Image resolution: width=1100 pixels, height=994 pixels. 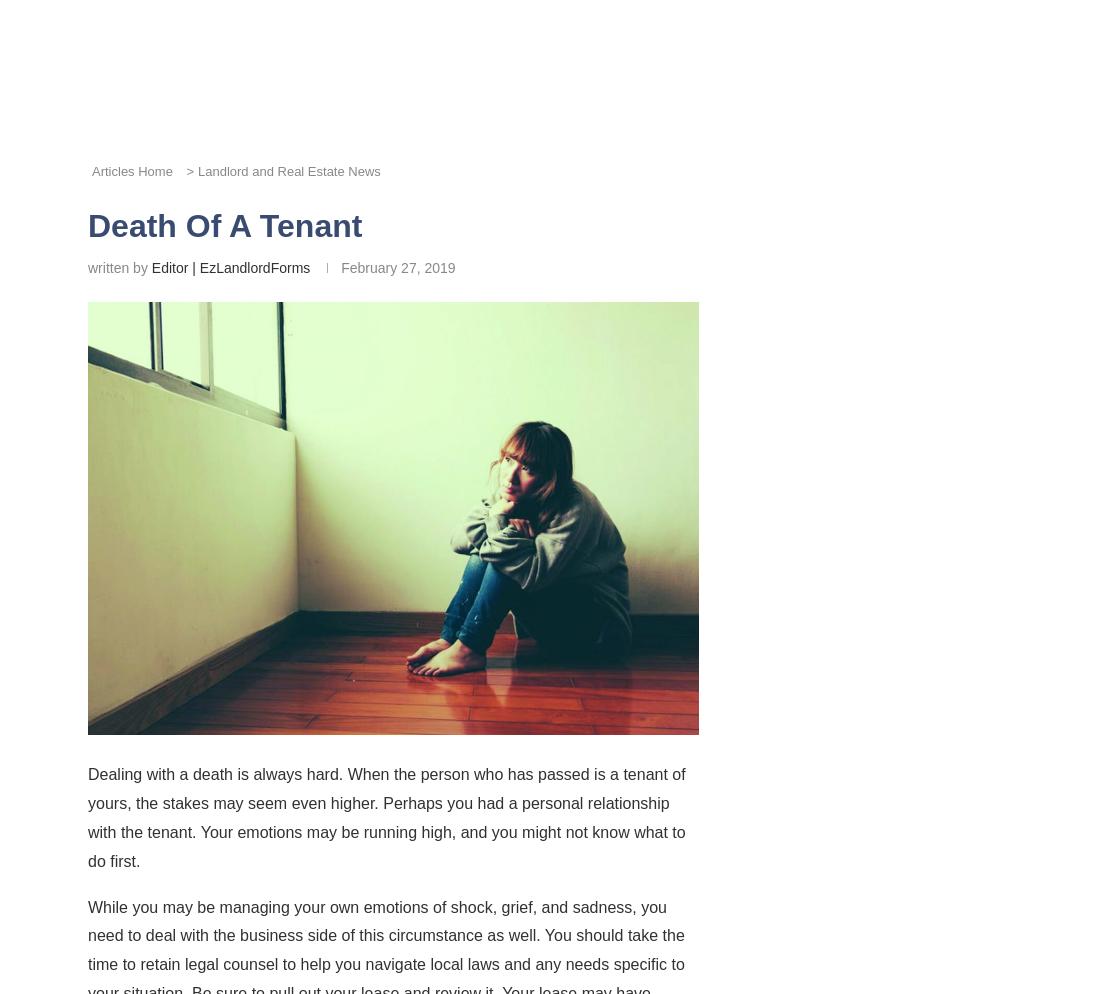 What do you see at coordinates (502, 579) in the screenshot?
I see `'Pinterest'` at bounding box center [502, 579].